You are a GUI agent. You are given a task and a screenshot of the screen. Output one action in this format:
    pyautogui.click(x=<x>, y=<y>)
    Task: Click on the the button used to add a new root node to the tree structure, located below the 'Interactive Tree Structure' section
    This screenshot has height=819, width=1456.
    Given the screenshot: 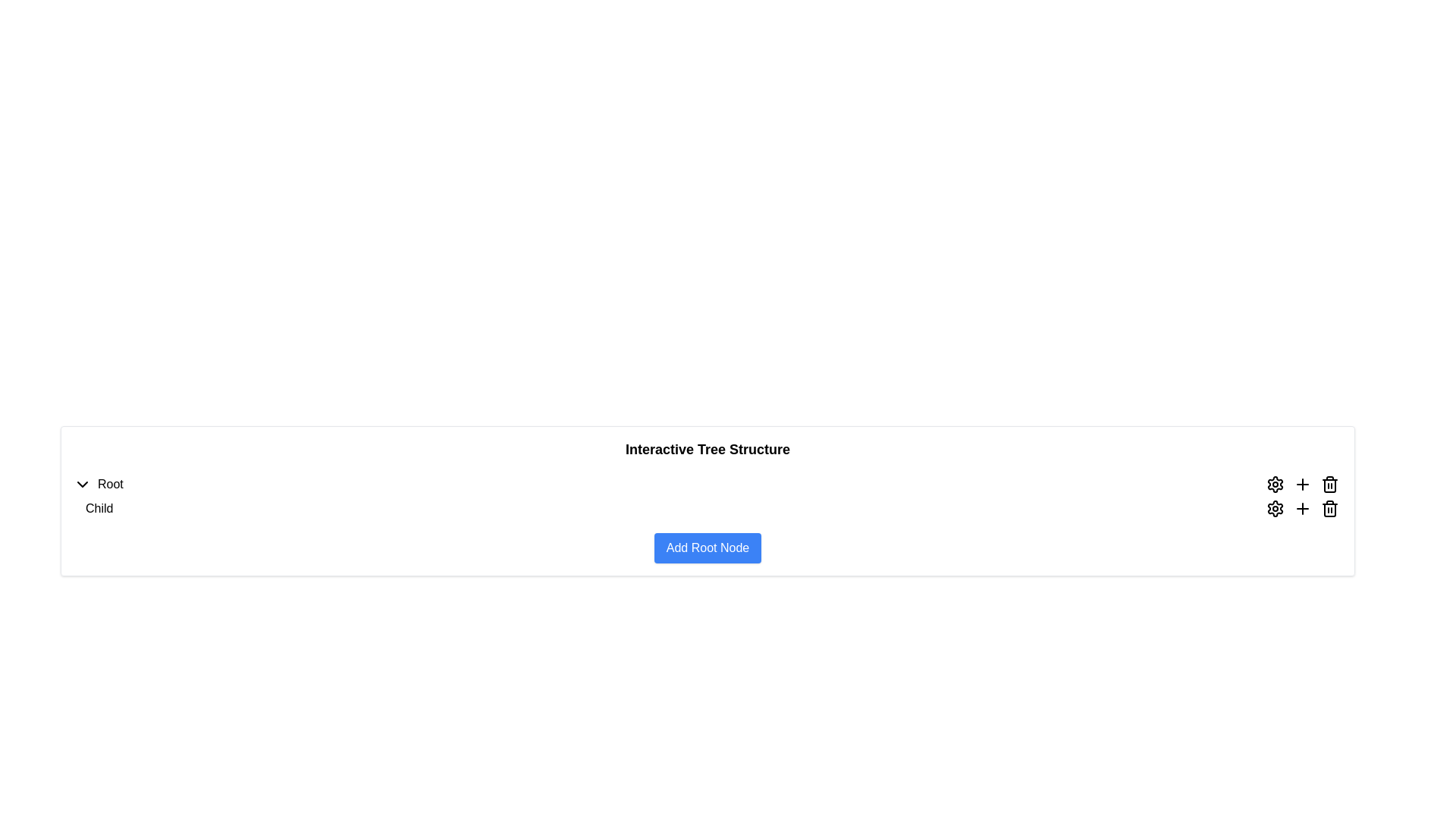 What is the action you would take?
    pyautogui.click(x=707, y=548)
    